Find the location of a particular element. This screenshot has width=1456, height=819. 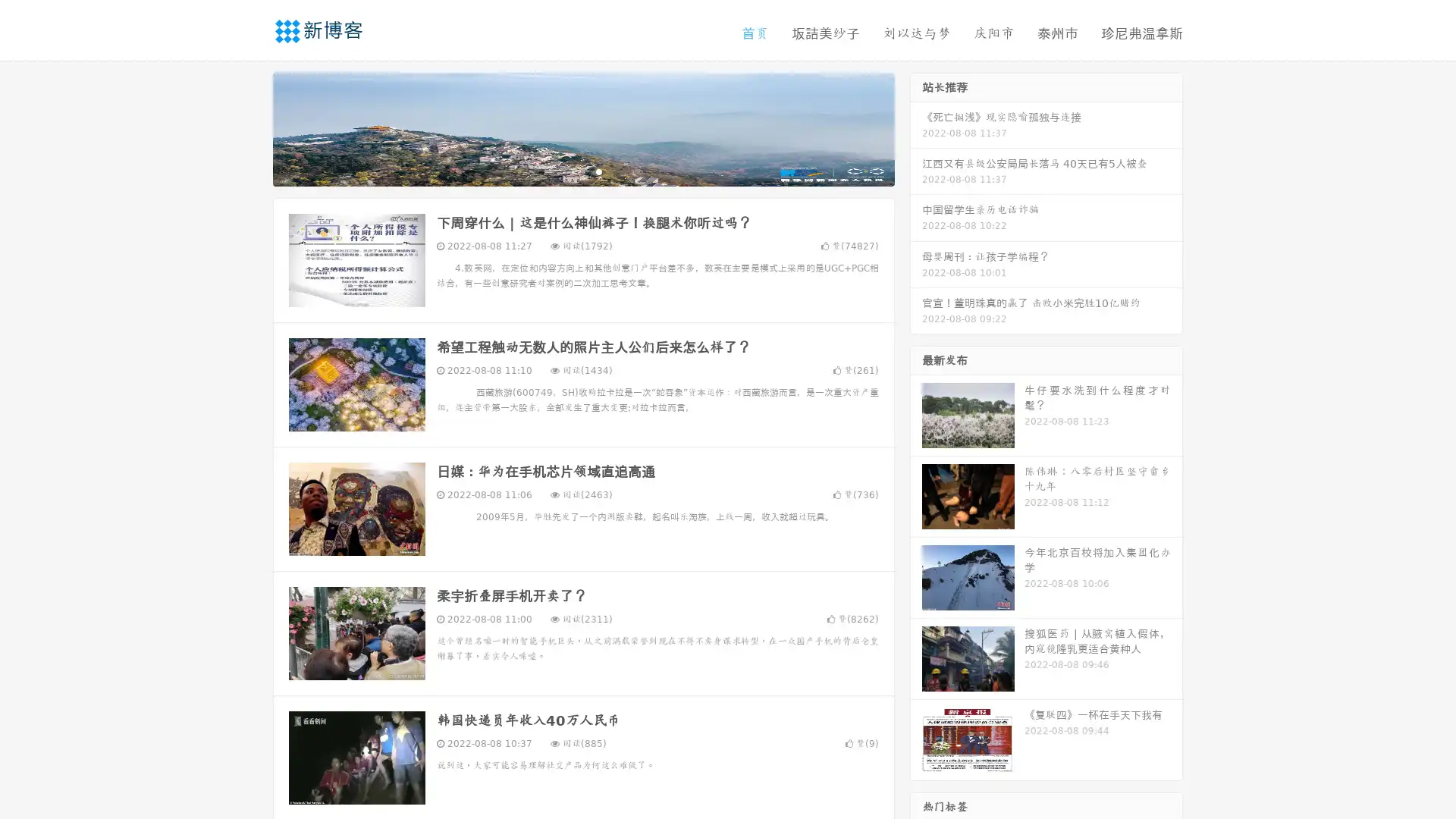

Next slide is located at coordinates (916, 127).